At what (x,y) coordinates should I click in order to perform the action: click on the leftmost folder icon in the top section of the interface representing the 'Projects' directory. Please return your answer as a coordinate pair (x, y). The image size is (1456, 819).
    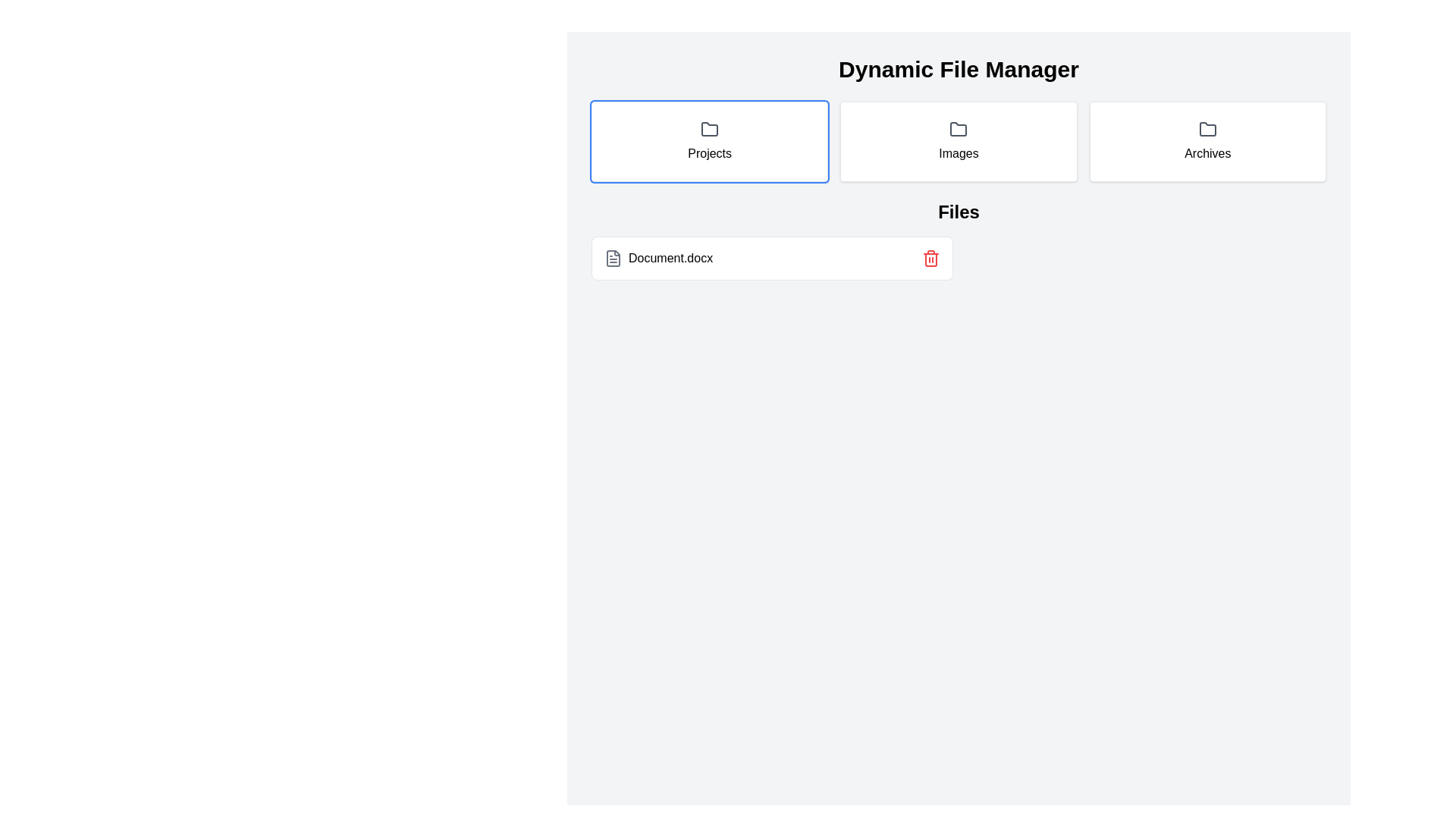
    Looking at the image, I should click on (958, 128).